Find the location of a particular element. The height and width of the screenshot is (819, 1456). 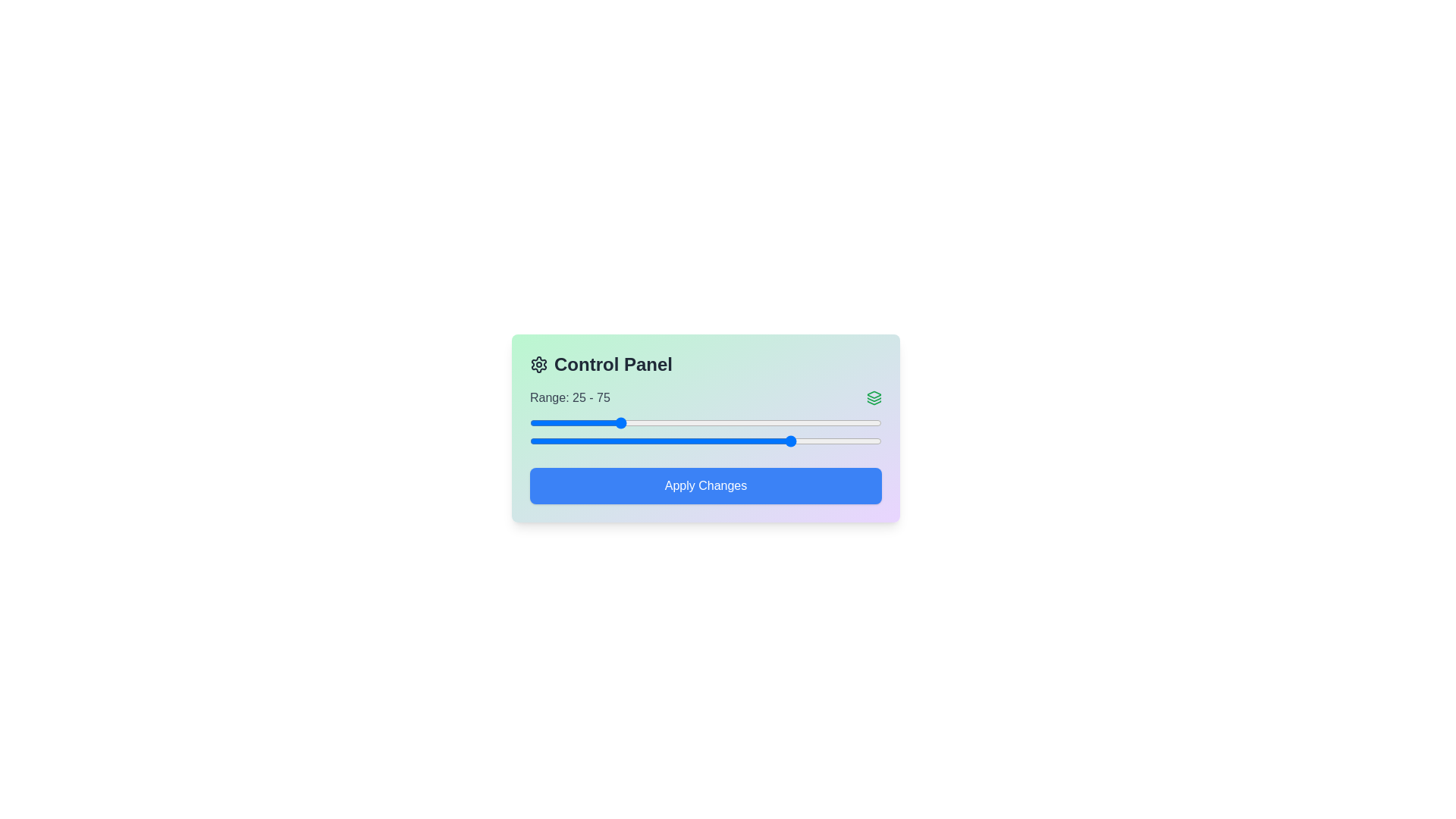

the 'Settings' icon to open additional options is located at coordinates (538, 365).